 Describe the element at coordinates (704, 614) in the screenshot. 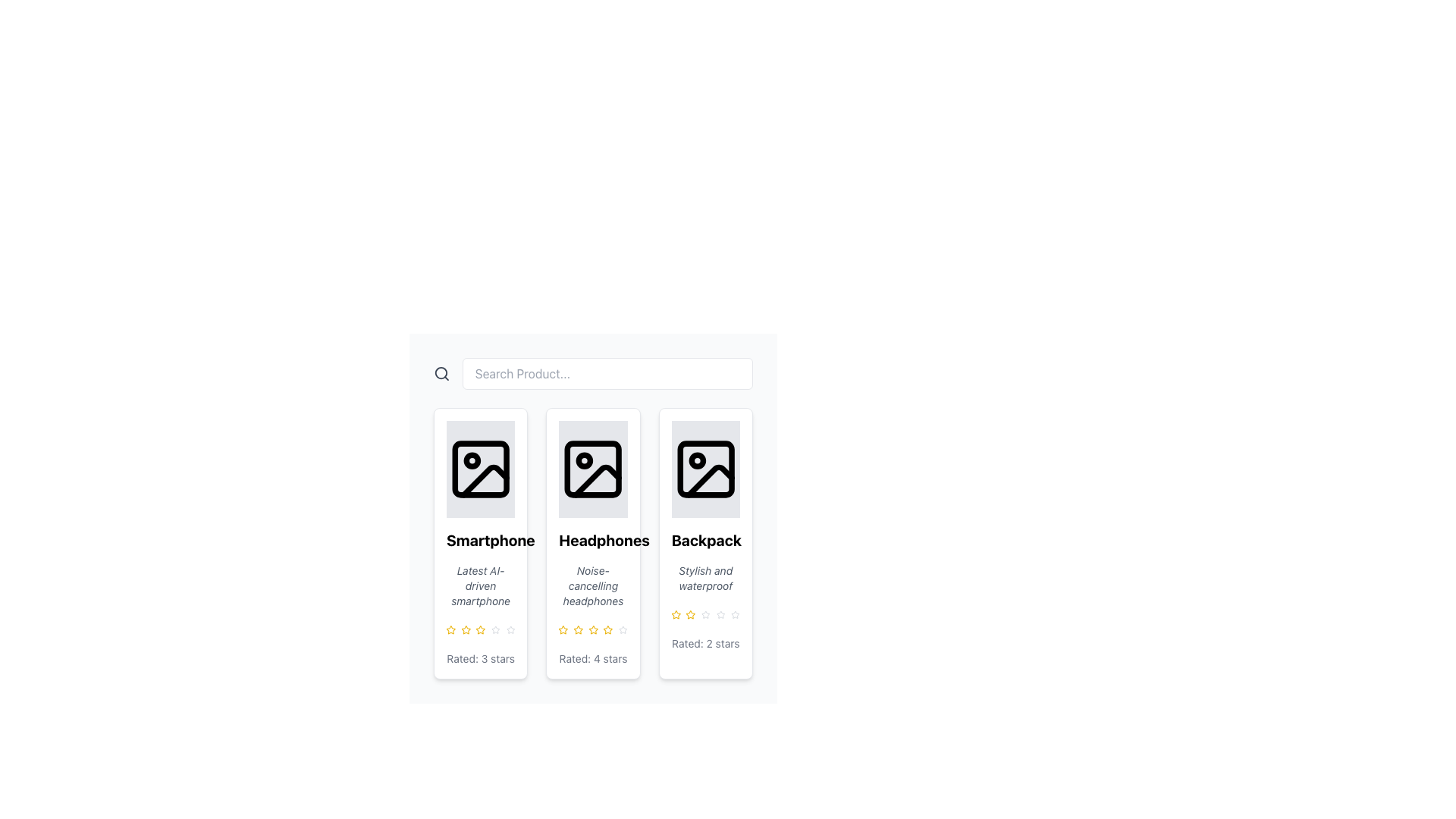

I see `the third star in the rating section of the product 'Backpack Stylish and waterproof'` at that location.